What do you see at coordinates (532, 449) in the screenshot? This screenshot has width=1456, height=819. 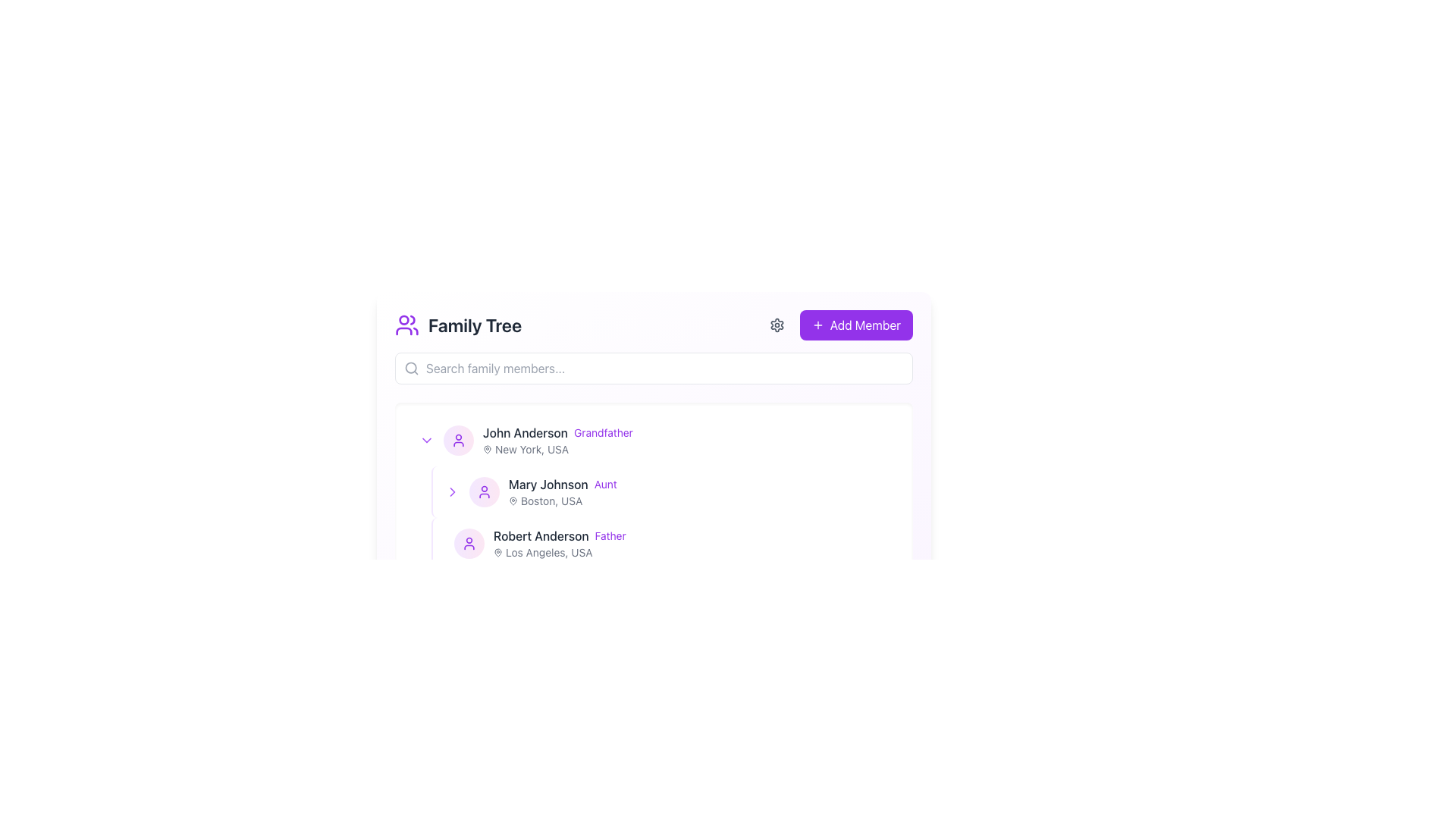 I see `the text label displaying the location 'New York, USA' associated with 'John Anderson' in the family tree interface` at bounding box center [532, 449].